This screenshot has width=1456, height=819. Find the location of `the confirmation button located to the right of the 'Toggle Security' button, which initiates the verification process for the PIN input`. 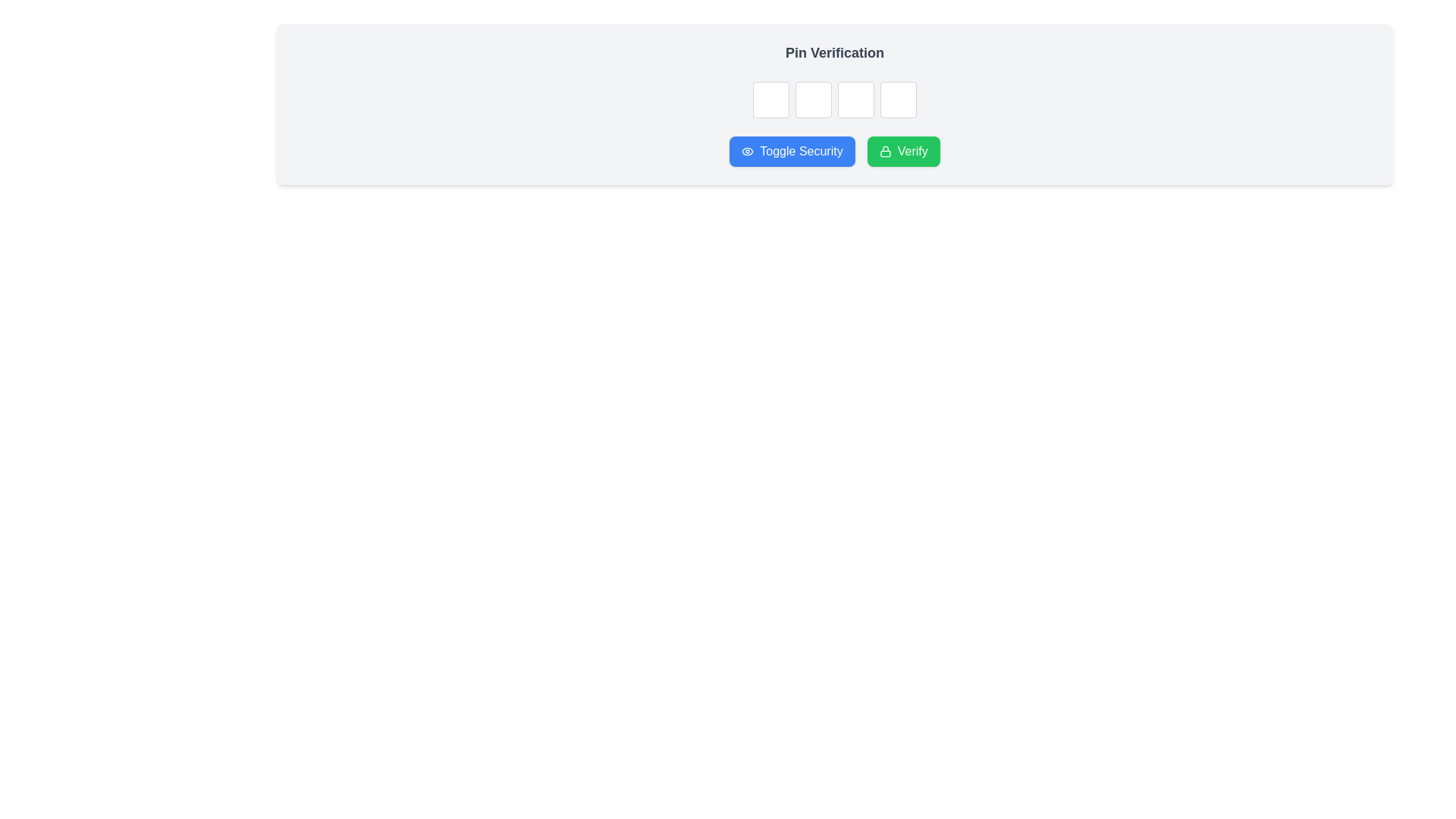

the confirmation button located to the right of the 'Toggle Security' button, which initiates the verification process for the PIN input is located at coordinates (903, 152).